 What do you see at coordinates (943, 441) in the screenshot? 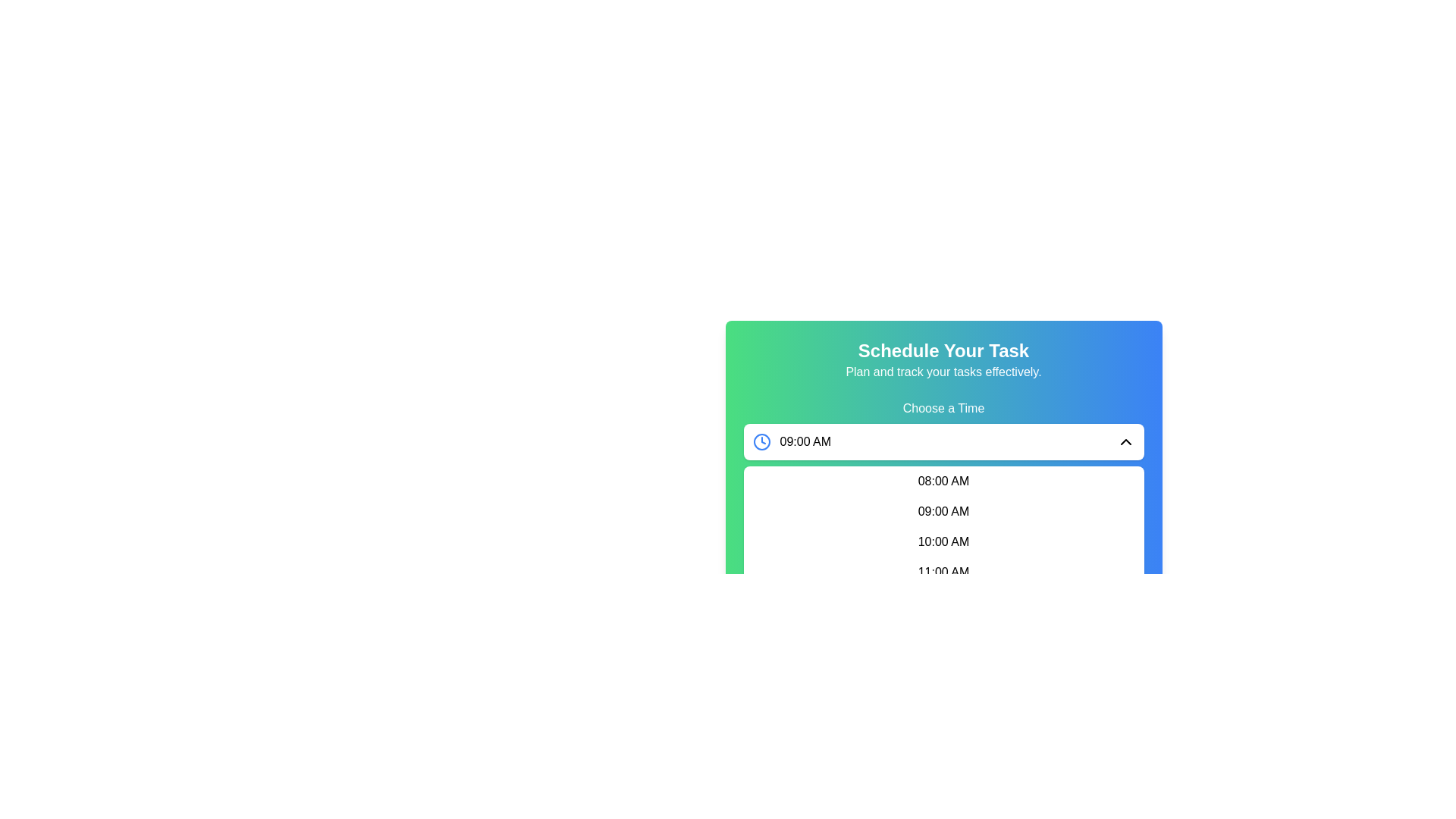
I see `the Dropdown button displaying '09:00 AM' using the keyboard` at bounding box center [943, 441].